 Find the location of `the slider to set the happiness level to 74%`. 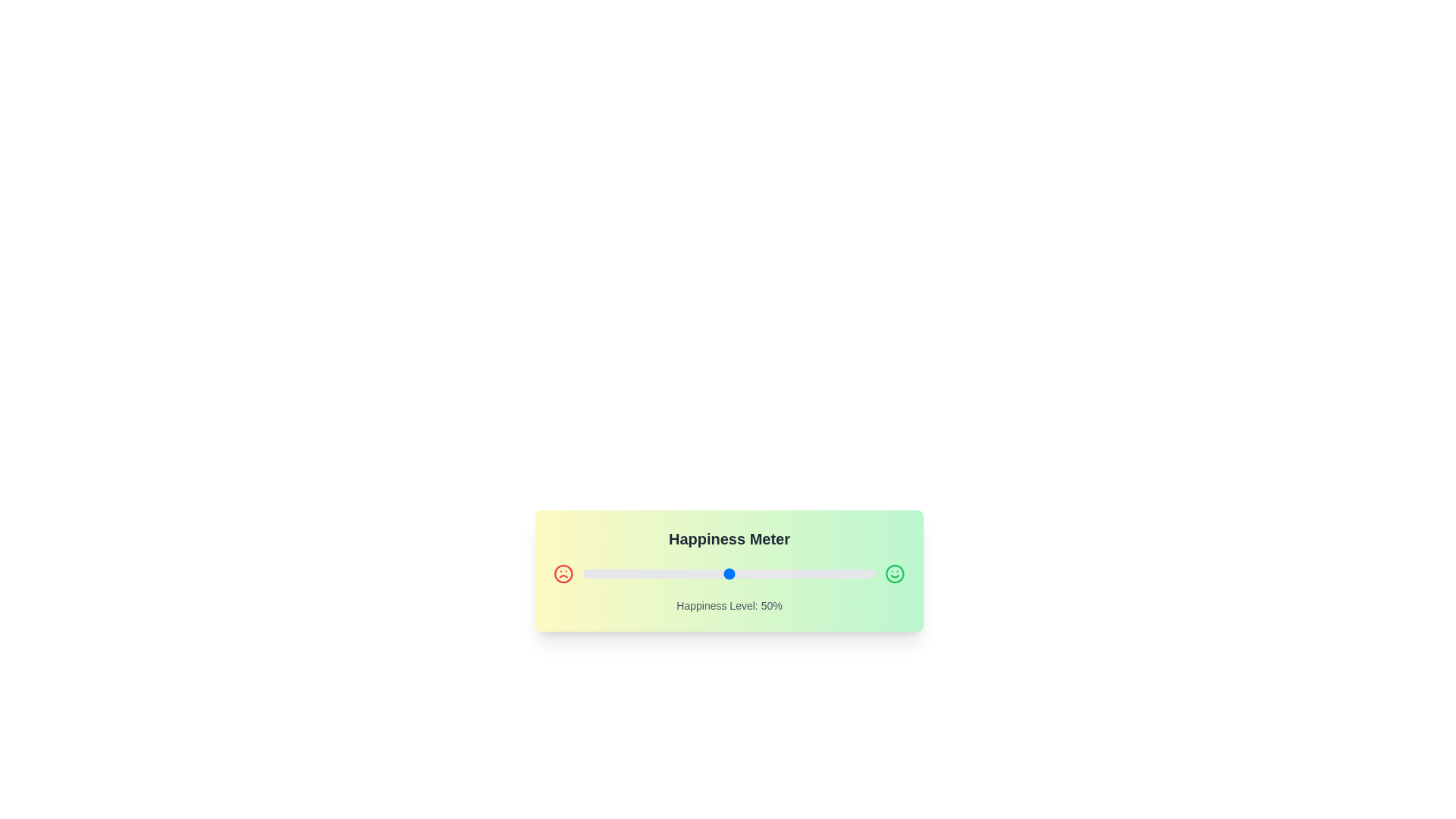

the slider to set the happiness level to 74% is located at coordinates (799, 573).